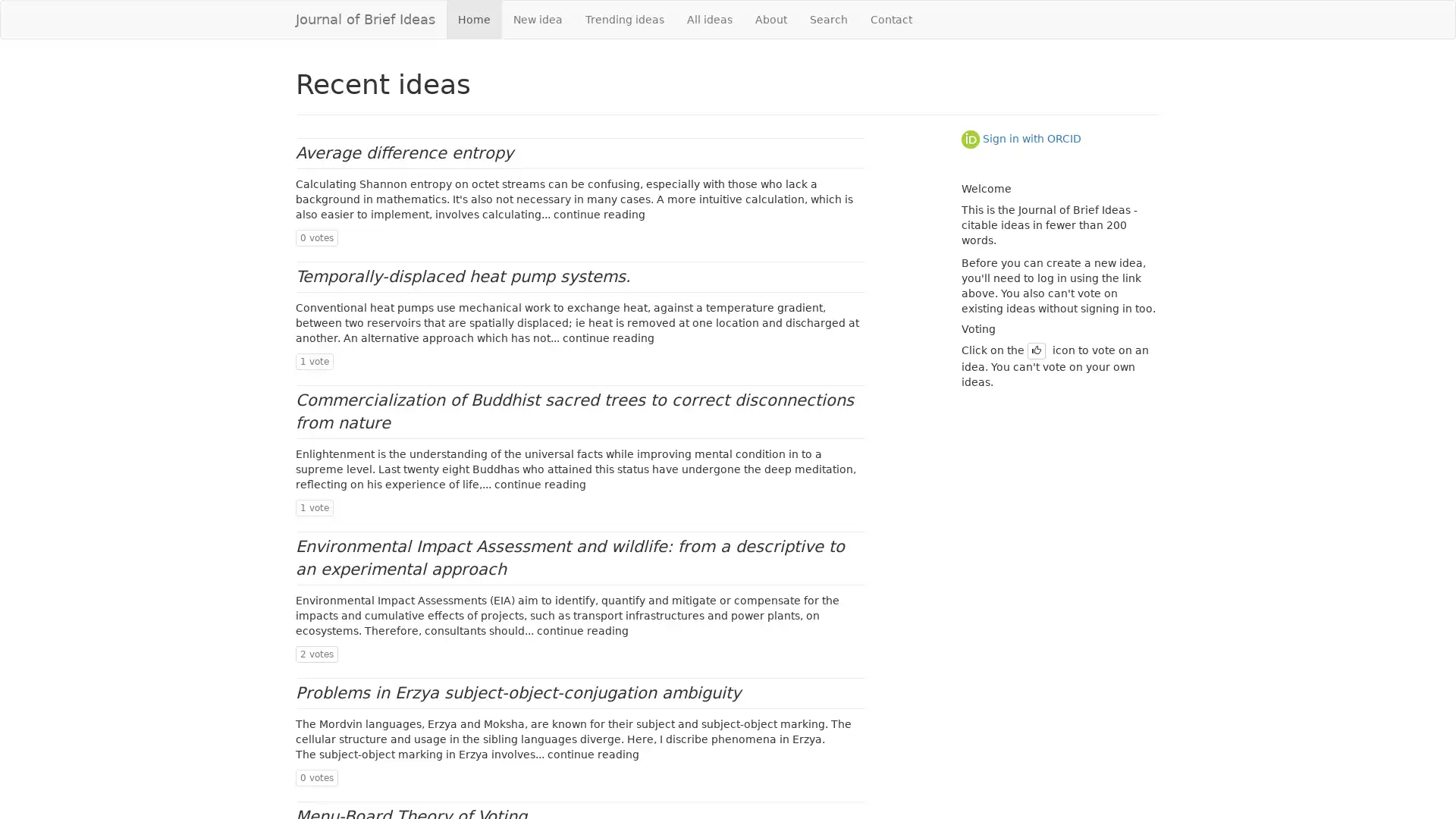 Image resolution: width=1456 pixels, height=819 pixels. Describe the element at coordinates (313, 508) in the screenshot. I see `1 vote` at that location.